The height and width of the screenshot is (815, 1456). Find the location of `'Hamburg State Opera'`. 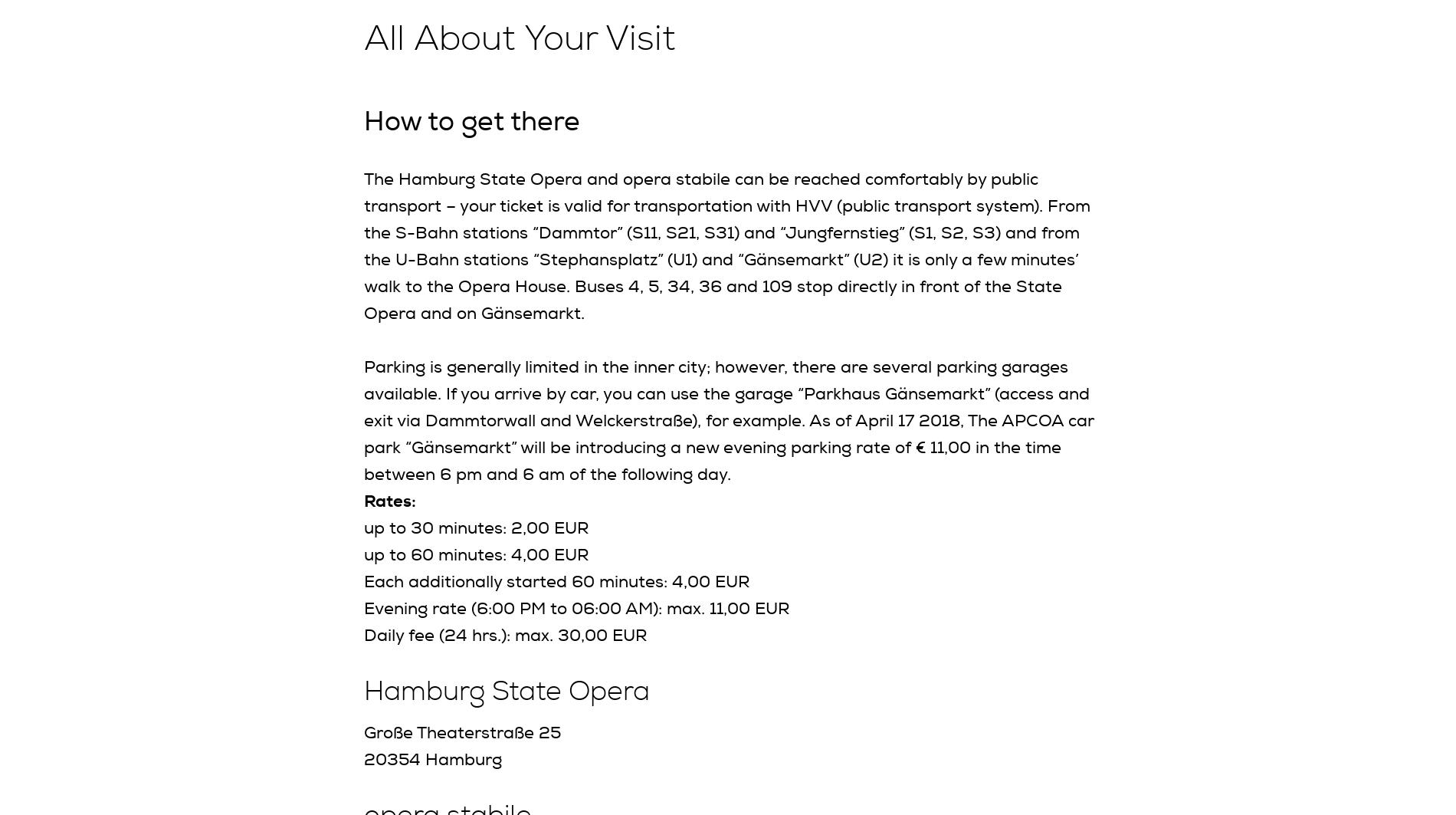

'Hamburg State Opera' is located at coordinates (507, 690).